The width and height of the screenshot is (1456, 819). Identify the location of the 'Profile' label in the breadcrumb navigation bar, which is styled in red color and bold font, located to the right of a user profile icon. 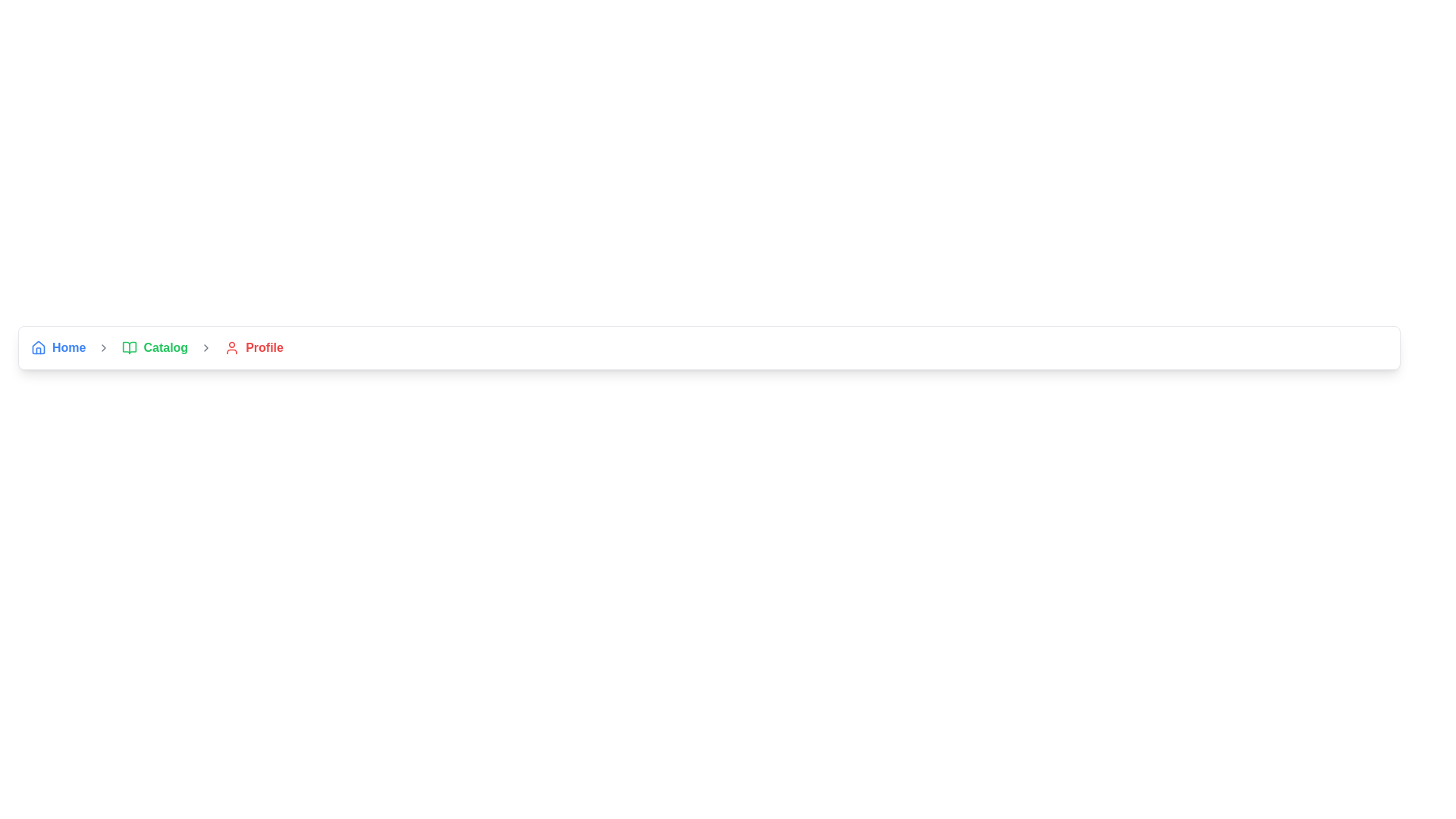
(265, 348).